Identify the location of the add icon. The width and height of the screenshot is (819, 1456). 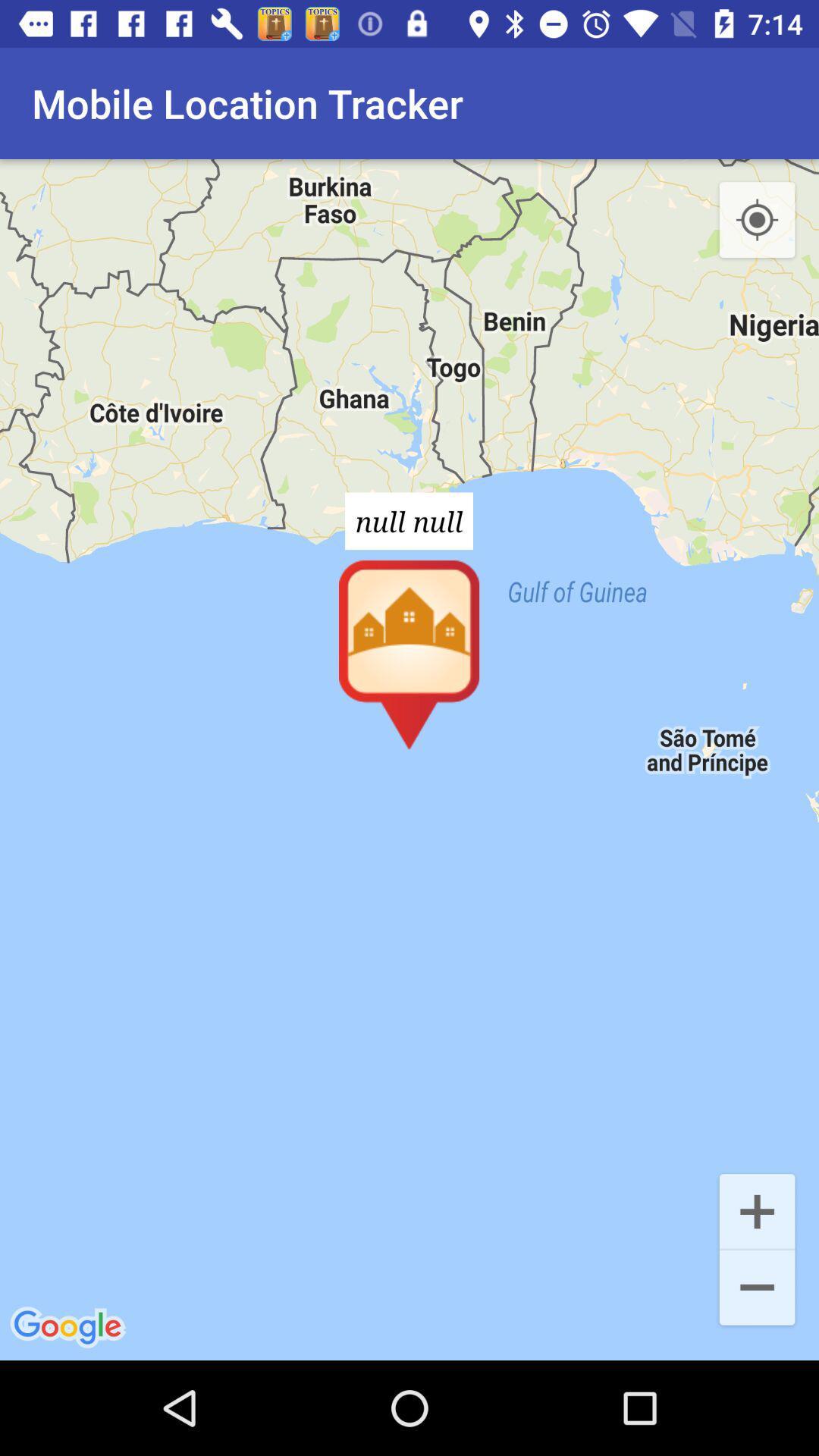
(757, 1210).